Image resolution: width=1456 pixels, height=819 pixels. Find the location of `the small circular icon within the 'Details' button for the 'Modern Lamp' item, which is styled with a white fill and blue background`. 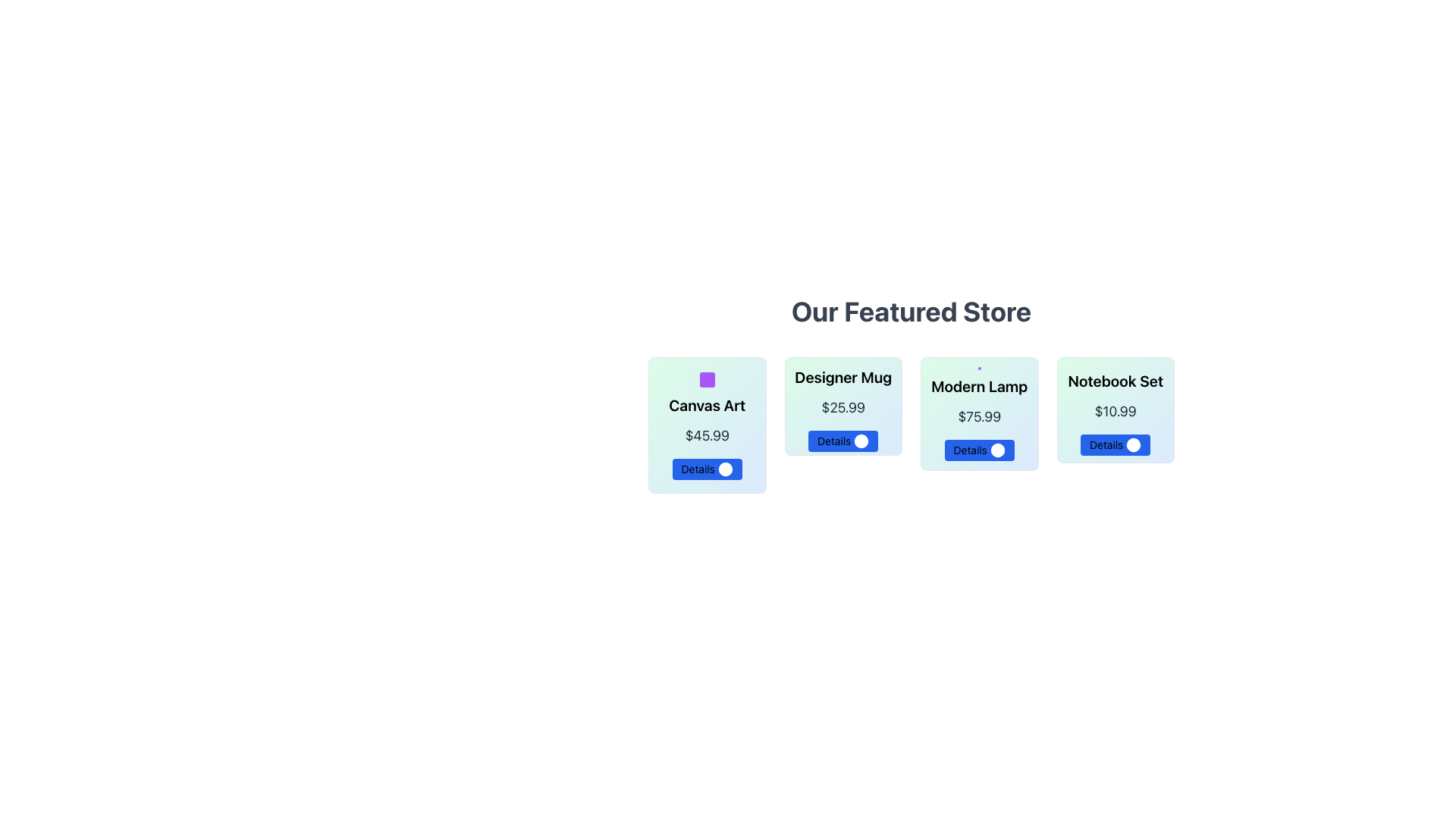

the small circular icon within the 'Details' button for the 'Modern Lamp' item, which is styled with a white fill and blue background is located at coordinates (997, 450).